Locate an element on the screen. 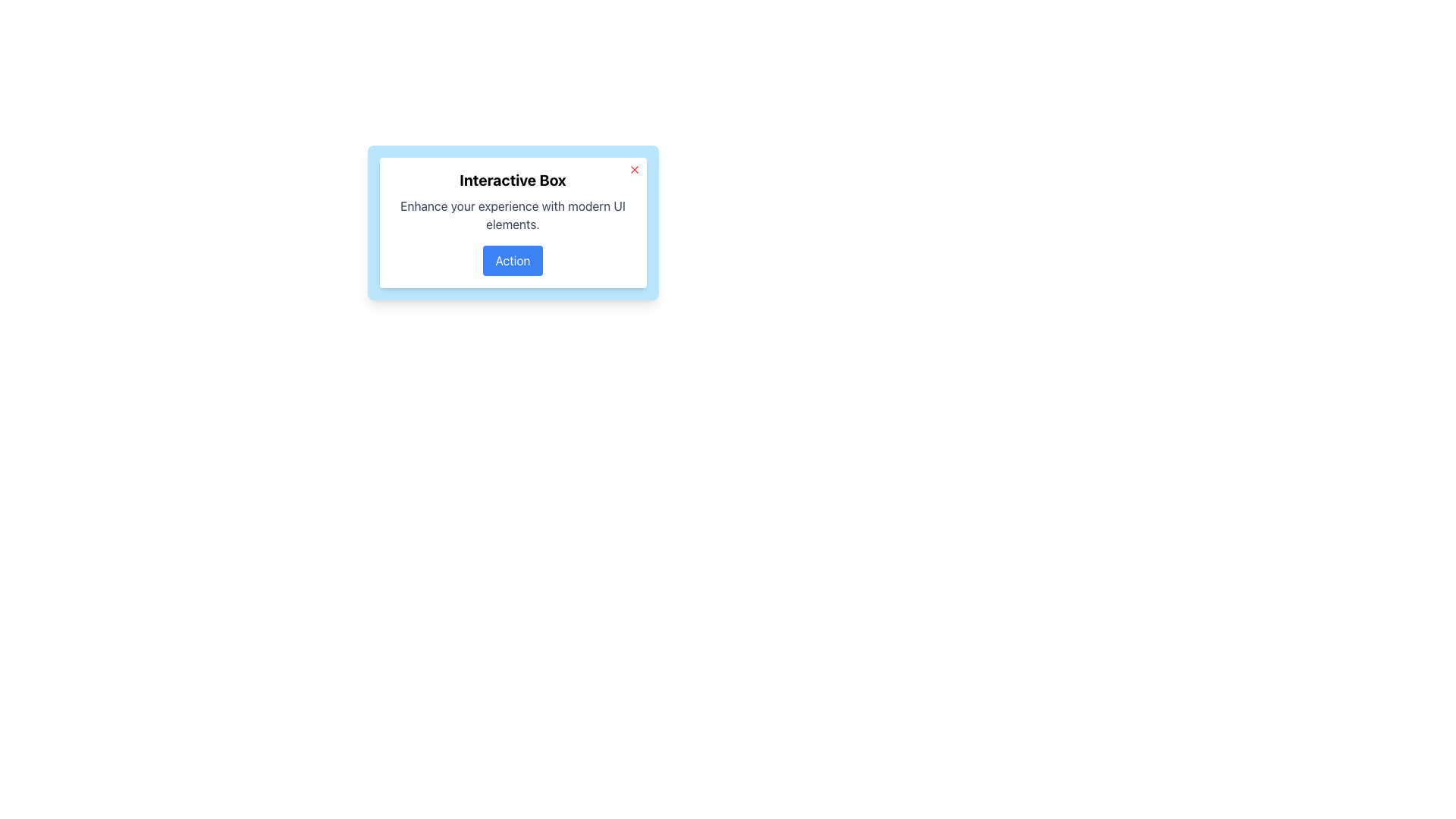 This screenshot has height=819, width=1456. the close button located at the top-right corner of the 'Interactive Box' card is located at coordinates (634, 169).